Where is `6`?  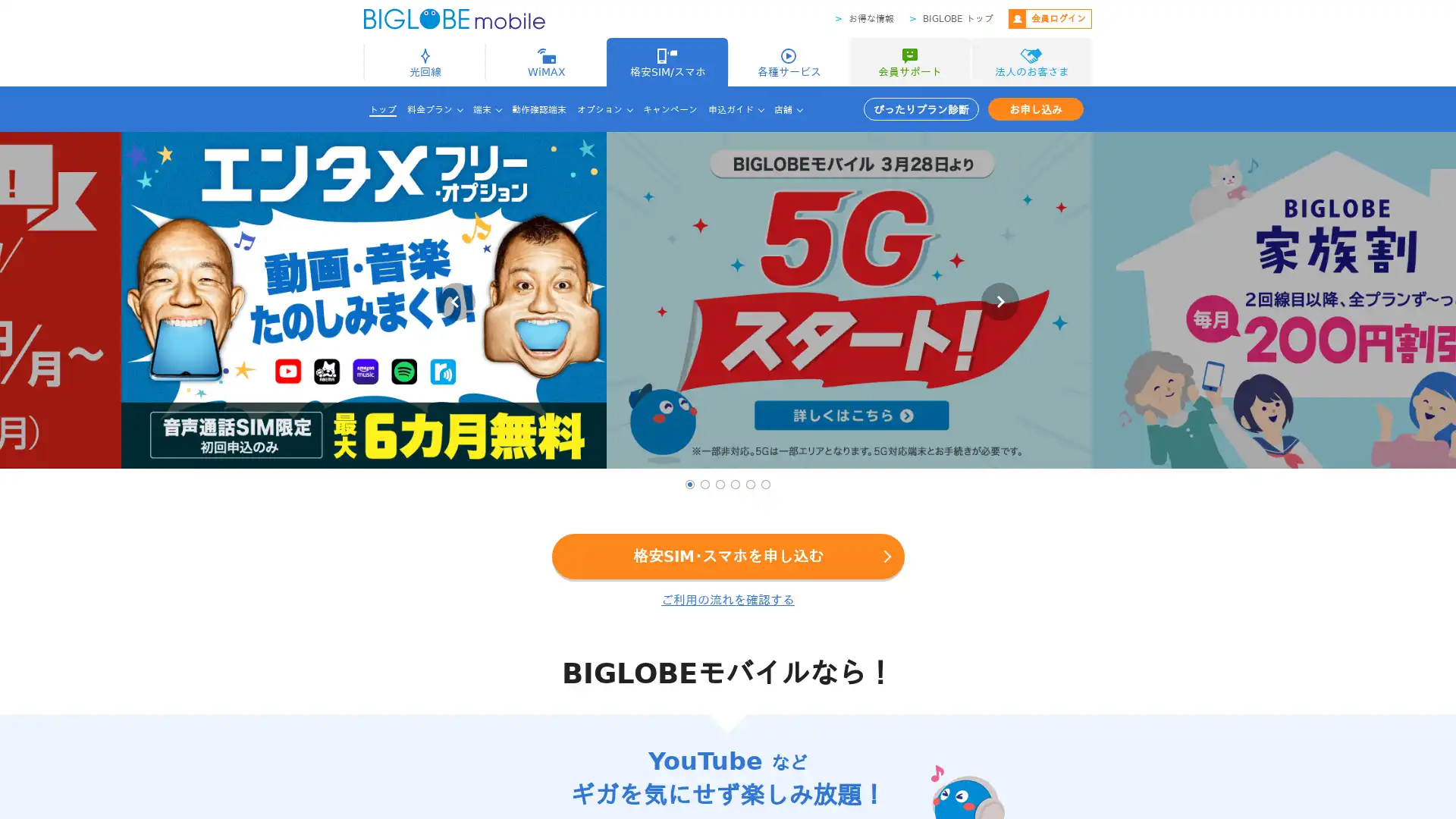 6 is located at coordinates (765, 485).